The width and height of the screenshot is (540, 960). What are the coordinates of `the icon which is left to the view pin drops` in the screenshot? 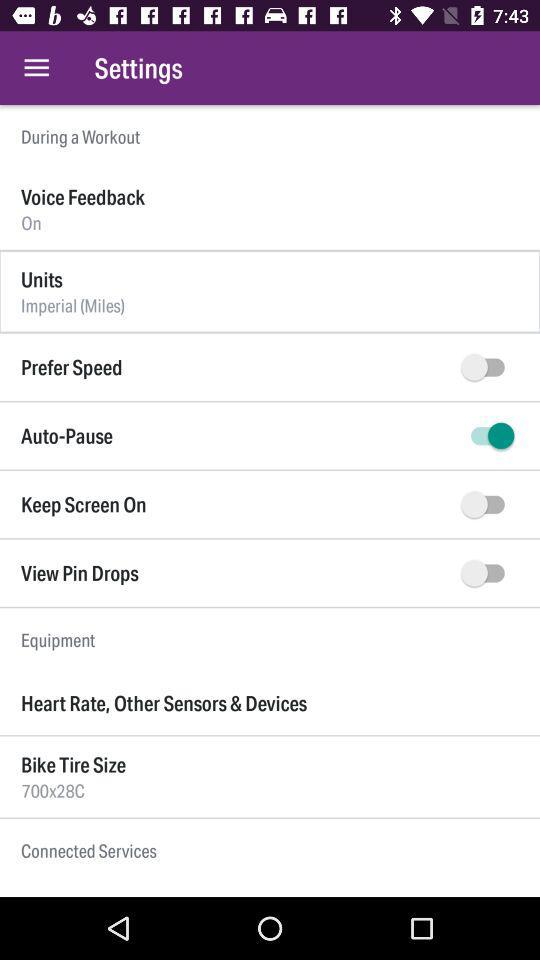 It's located at (486, 573).